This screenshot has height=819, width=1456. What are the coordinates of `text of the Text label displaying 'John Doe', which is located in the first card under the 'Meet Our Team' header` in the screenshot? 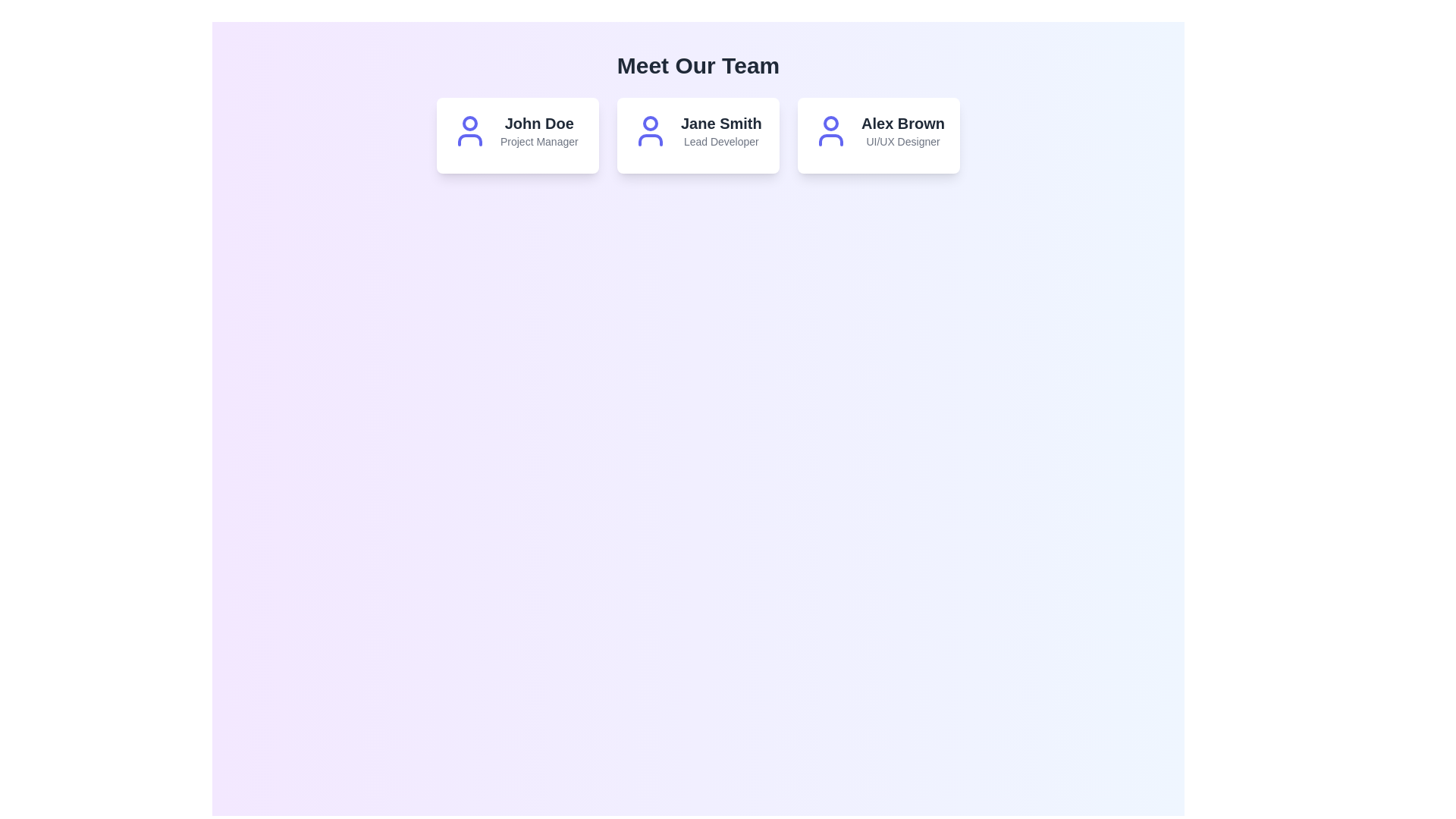 It's located at (539, 122).